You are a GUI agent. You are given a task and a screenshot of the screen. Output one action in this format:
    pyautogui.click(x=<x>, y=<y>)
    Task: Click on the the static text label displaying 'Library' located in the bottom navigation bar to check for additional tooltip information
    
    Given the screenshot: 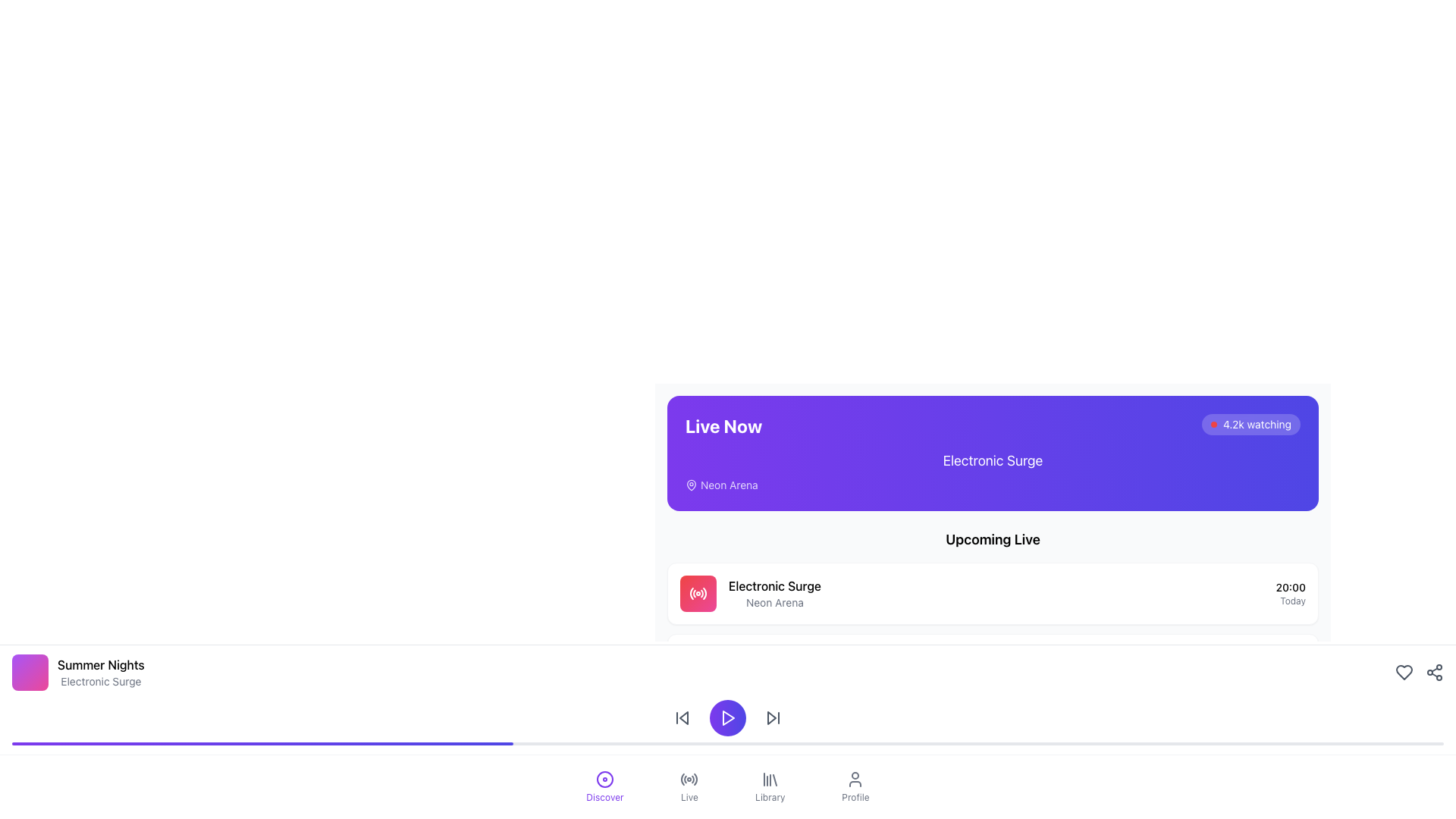 What is the action you would take?
    pyautogui.click(x=770, y=797)
    